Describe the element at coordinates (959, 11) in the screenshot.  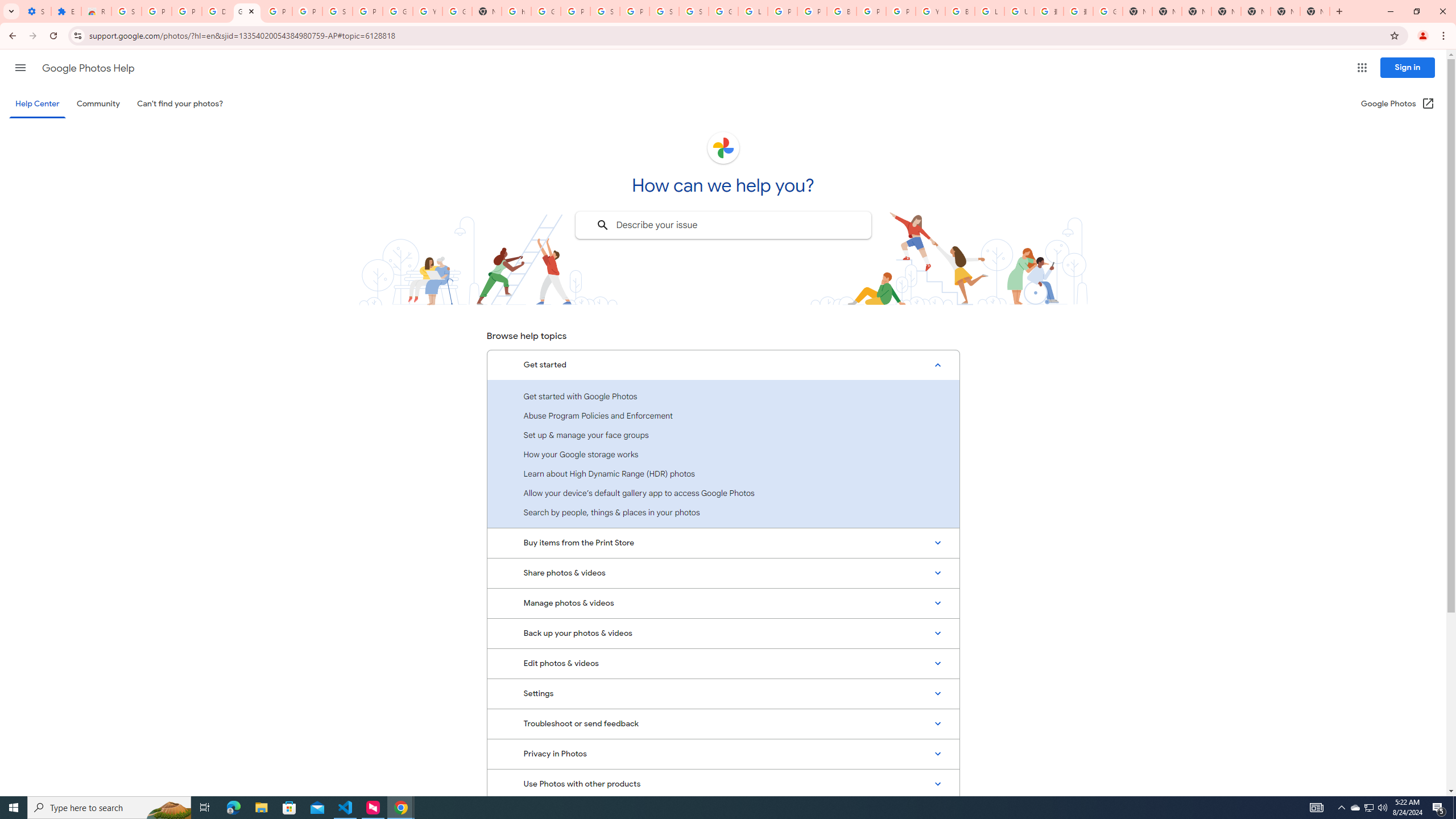
I see `'Browse Chrome as a guest - Computer - Google Chrome Help'` at that location.